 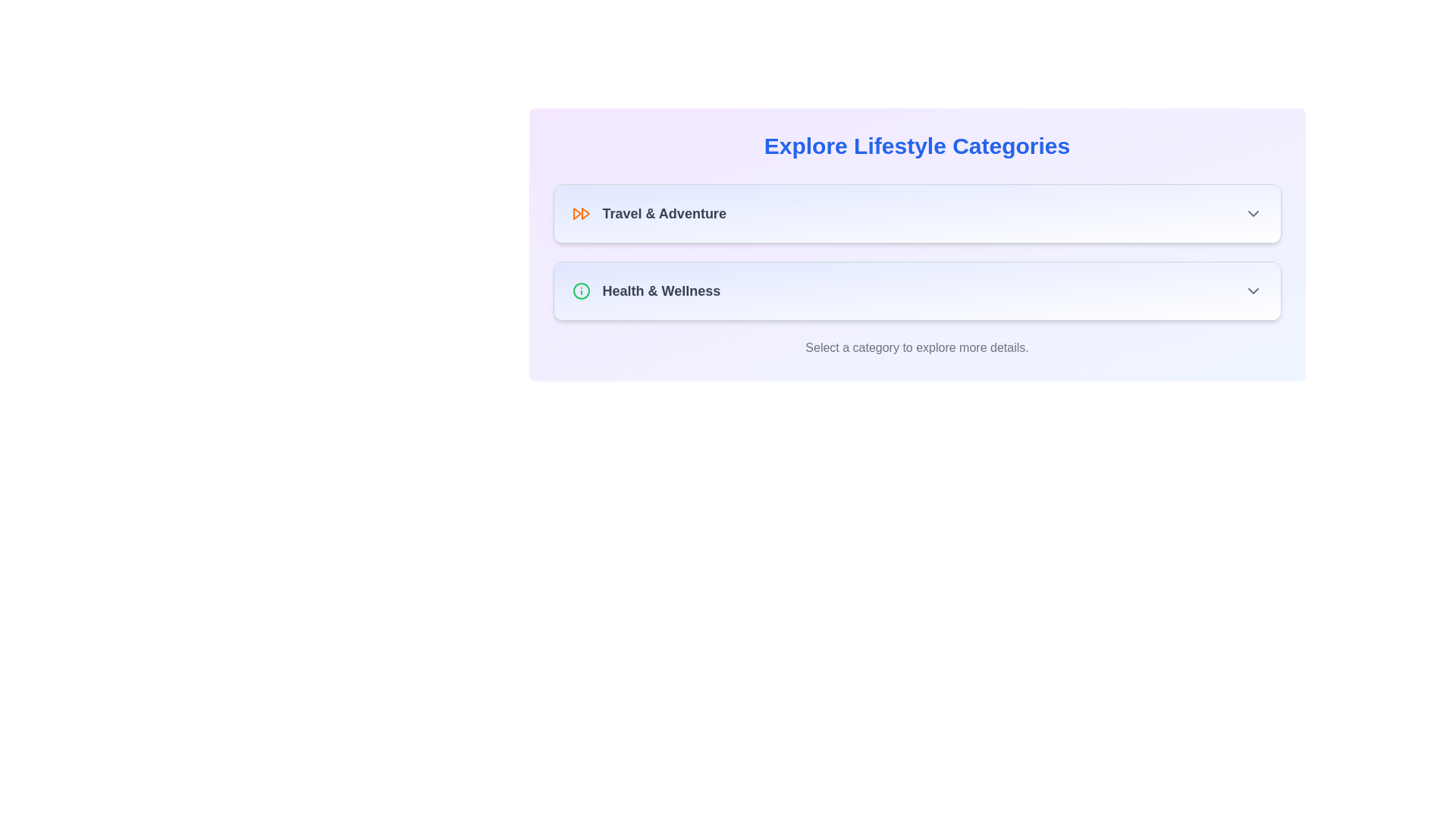 What do you see at coordinates (646, 291) in the screenshot?
I see `the 'Health & Wellness' label with the green circular icon containing an 'i' on its left side, which is the second item in the list below 'Travel & Adventure'` at bounding box center [646, 291].